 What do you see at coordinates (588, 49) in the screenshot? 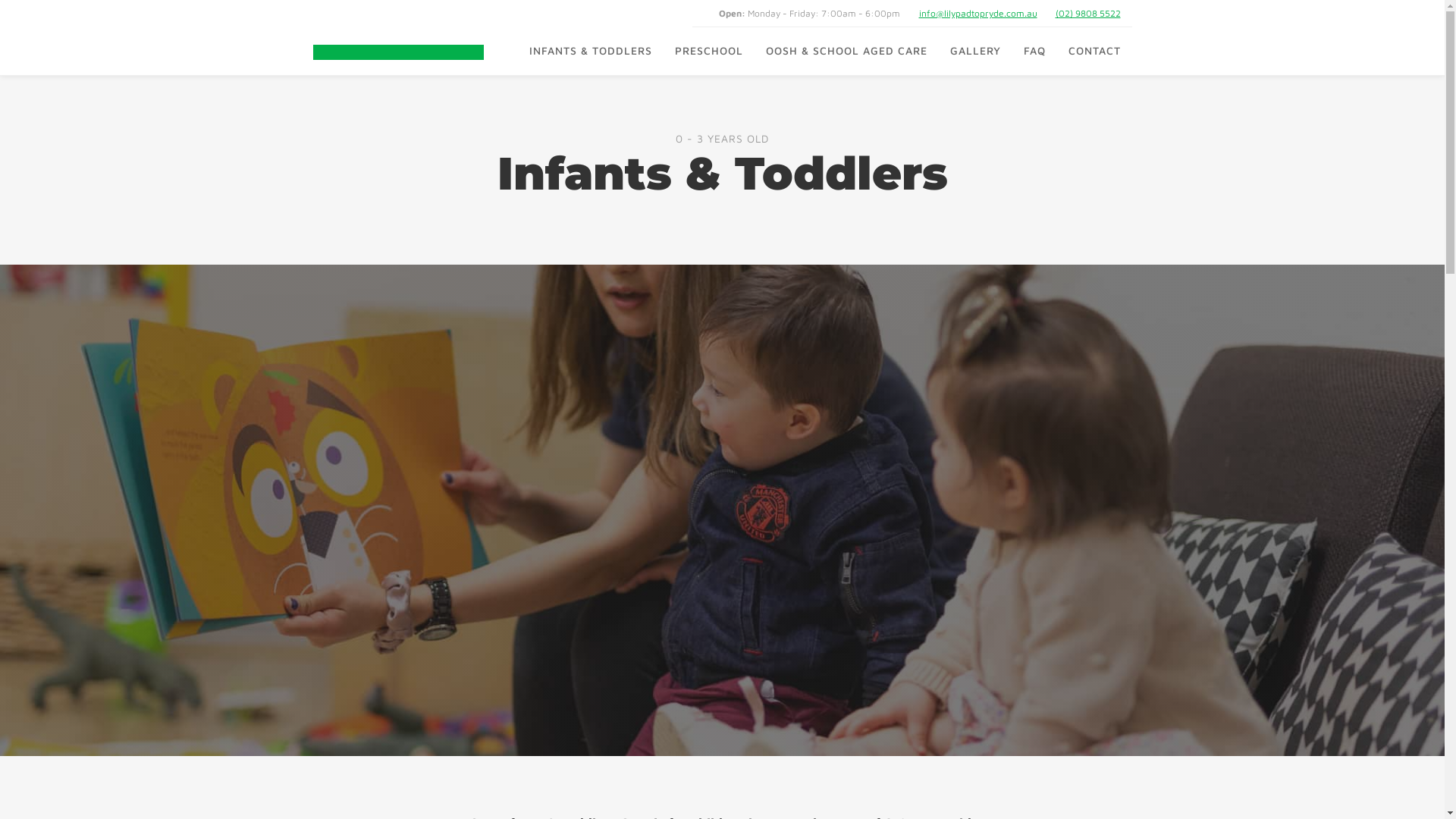
I see `'INFANTS & TODDLERS'` at bounding box center [588, 49].